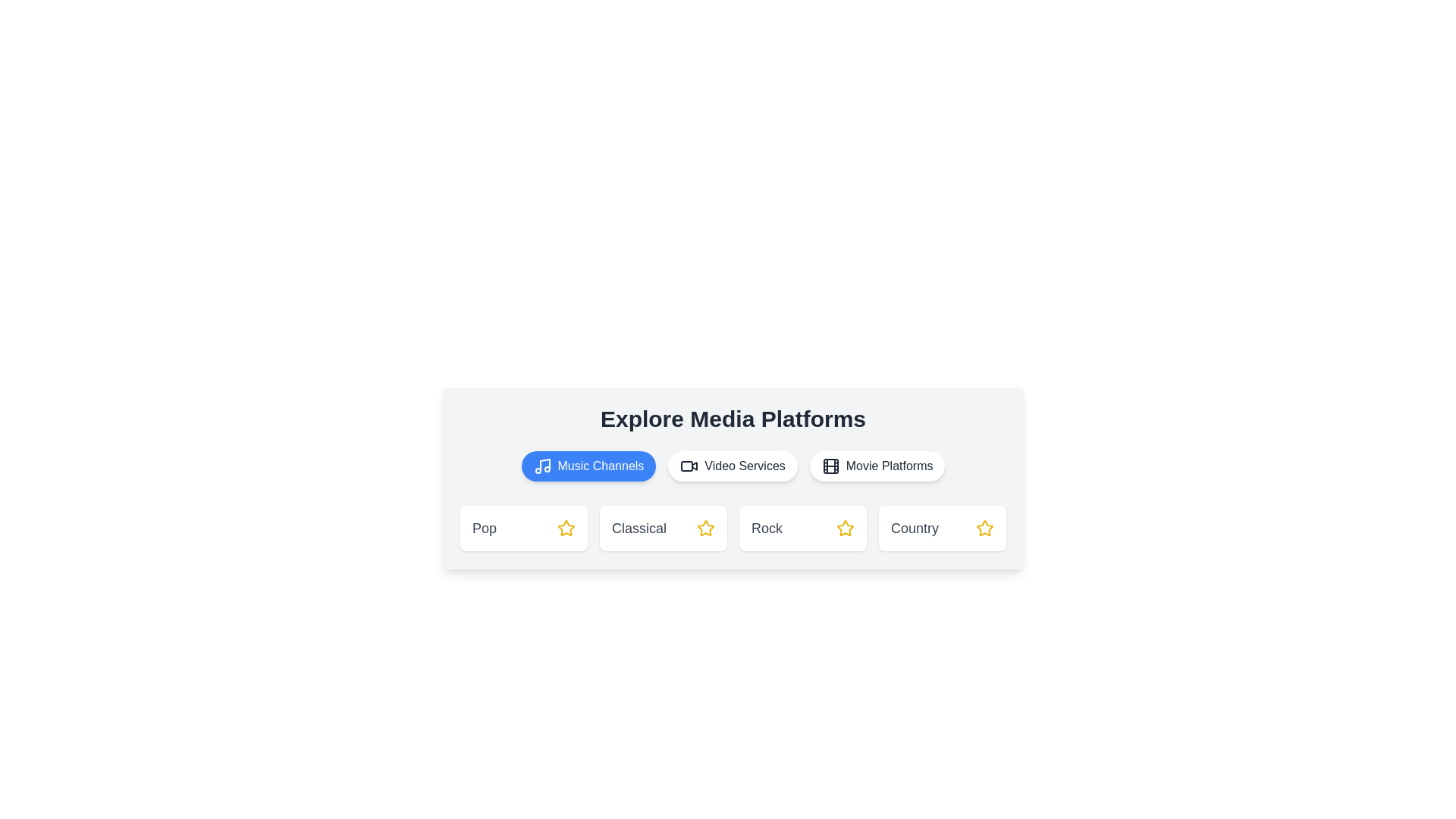 Image resolution: width=1456 pixels, height=819 pixels. I want to click on the 'Music Channels' button that features a rounded blue music note icon on its left side, so click(542, 465).